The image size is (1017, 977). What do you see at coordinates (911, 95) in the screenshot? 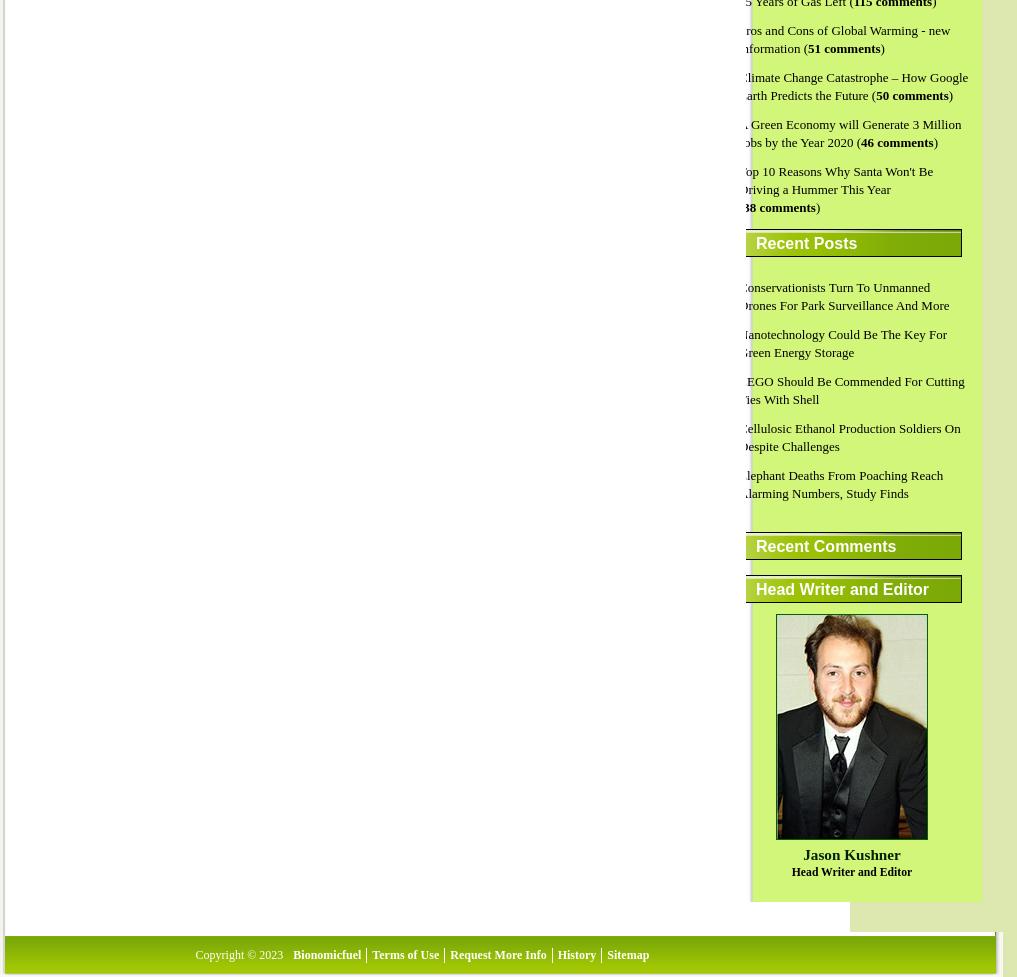
I see `'50 comments'` at bounding box center [911, 95].